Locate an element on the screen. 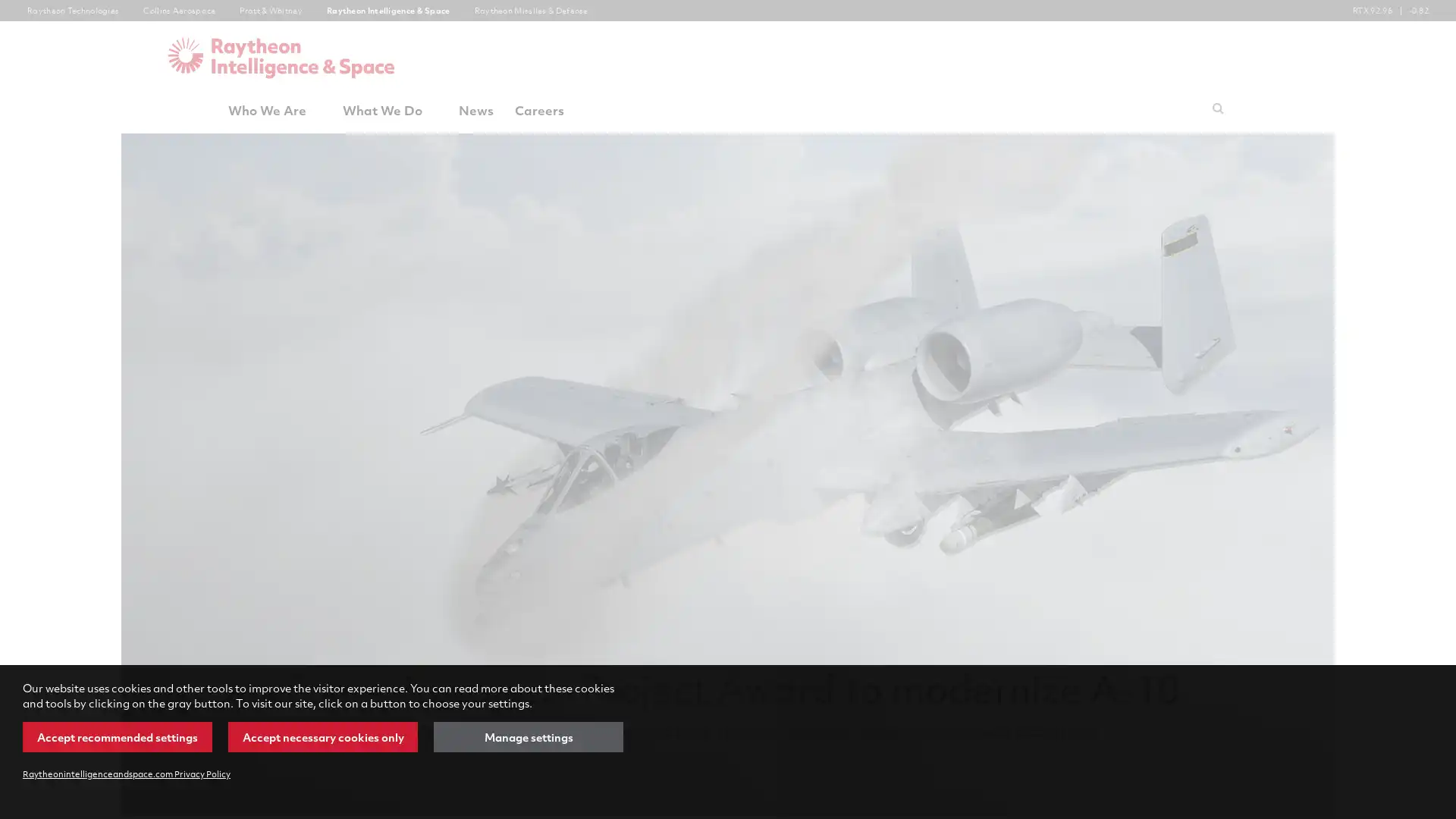 The height and width of the screenshot is (819, 1456). Submit search request is located at coordinates (1218, 107).